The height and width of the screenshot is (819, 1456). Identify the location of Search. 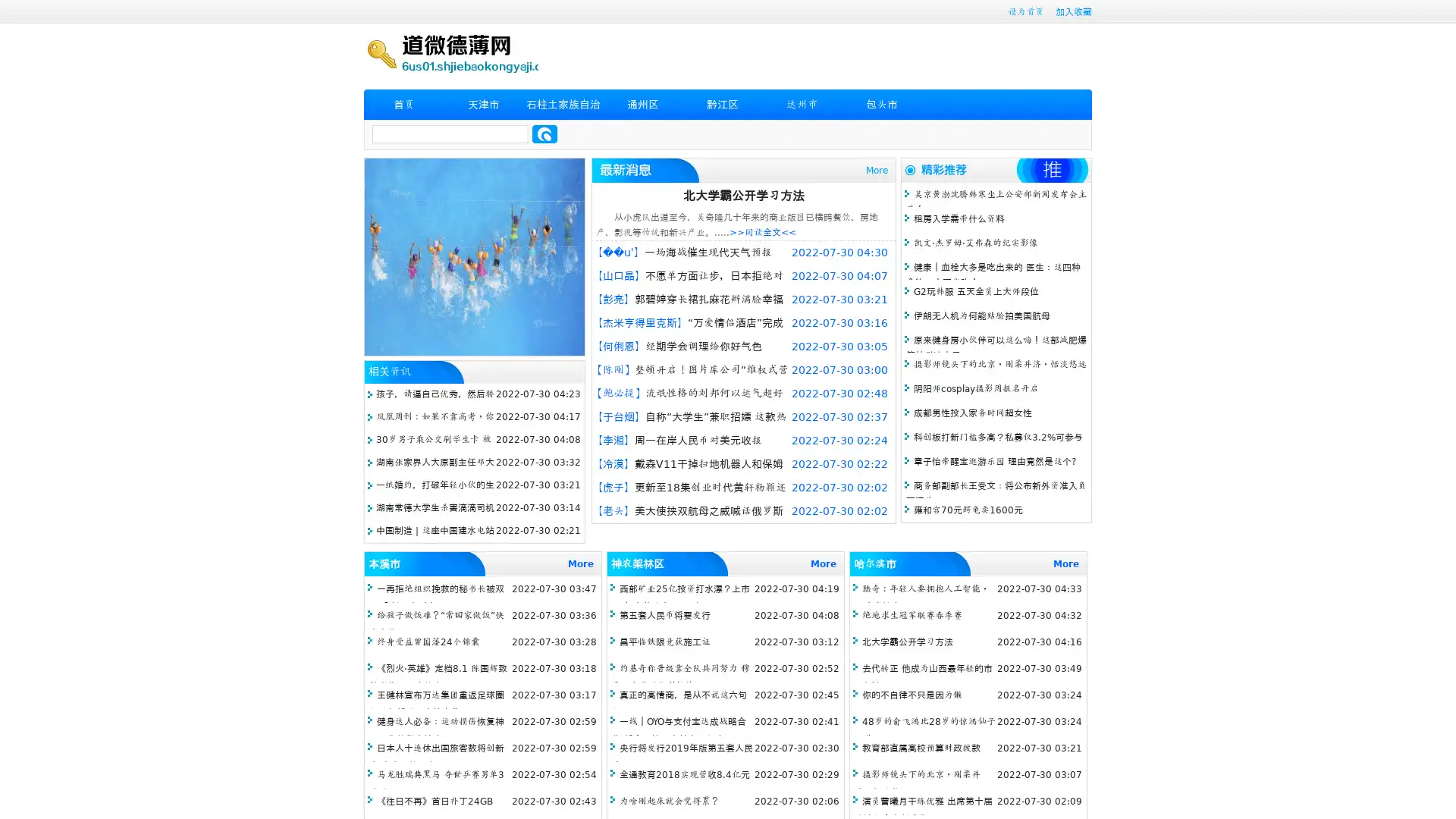
(544, 133).